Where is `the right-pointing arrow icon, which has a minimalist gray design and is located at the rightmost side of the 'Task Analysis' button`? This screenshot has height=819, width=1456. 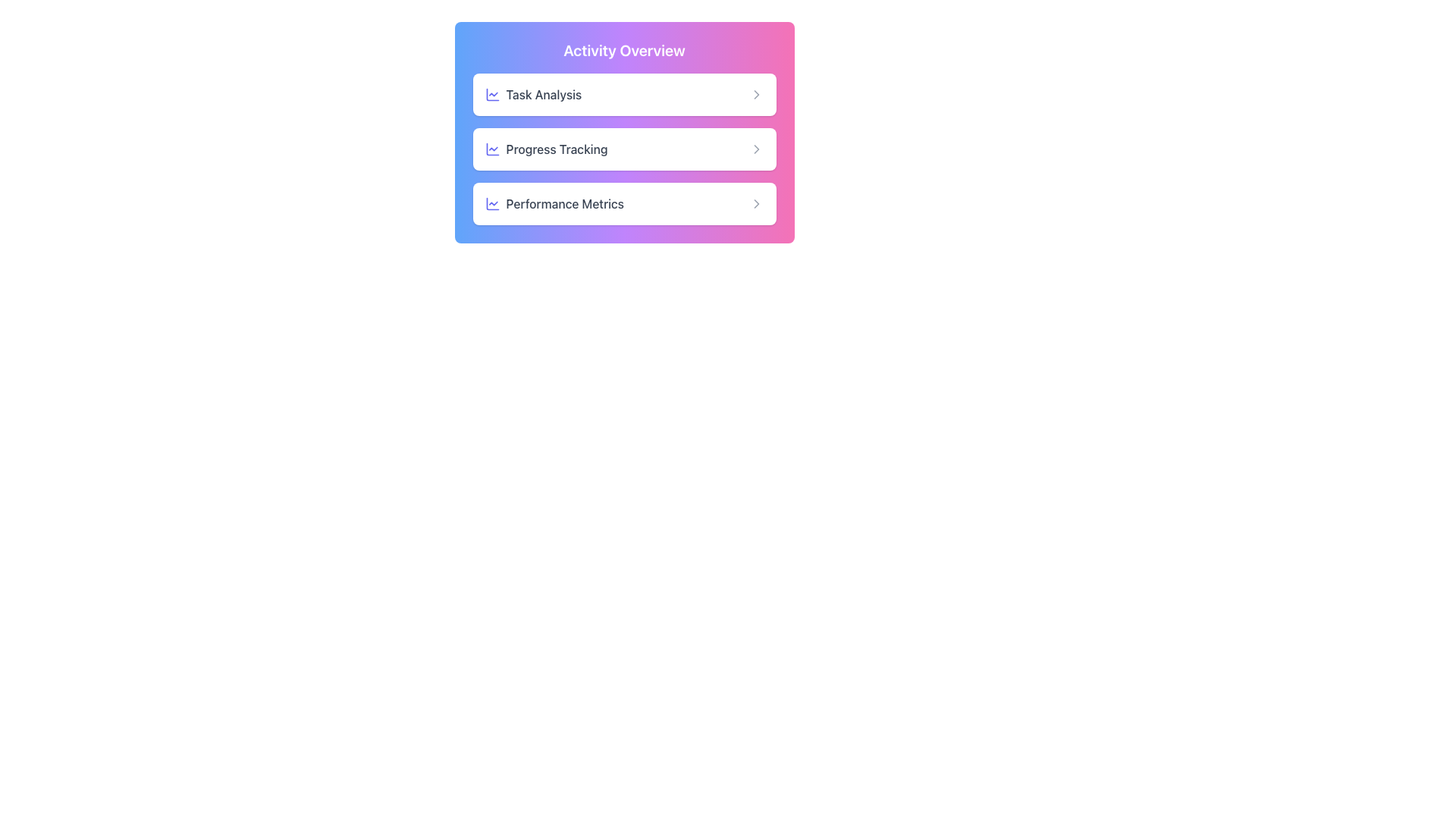
the right-pointing arrow icon, which has a minimalist gray design and is located at the rightmost side of the 'Task Analysis' button is located at coordinates (756, 94).